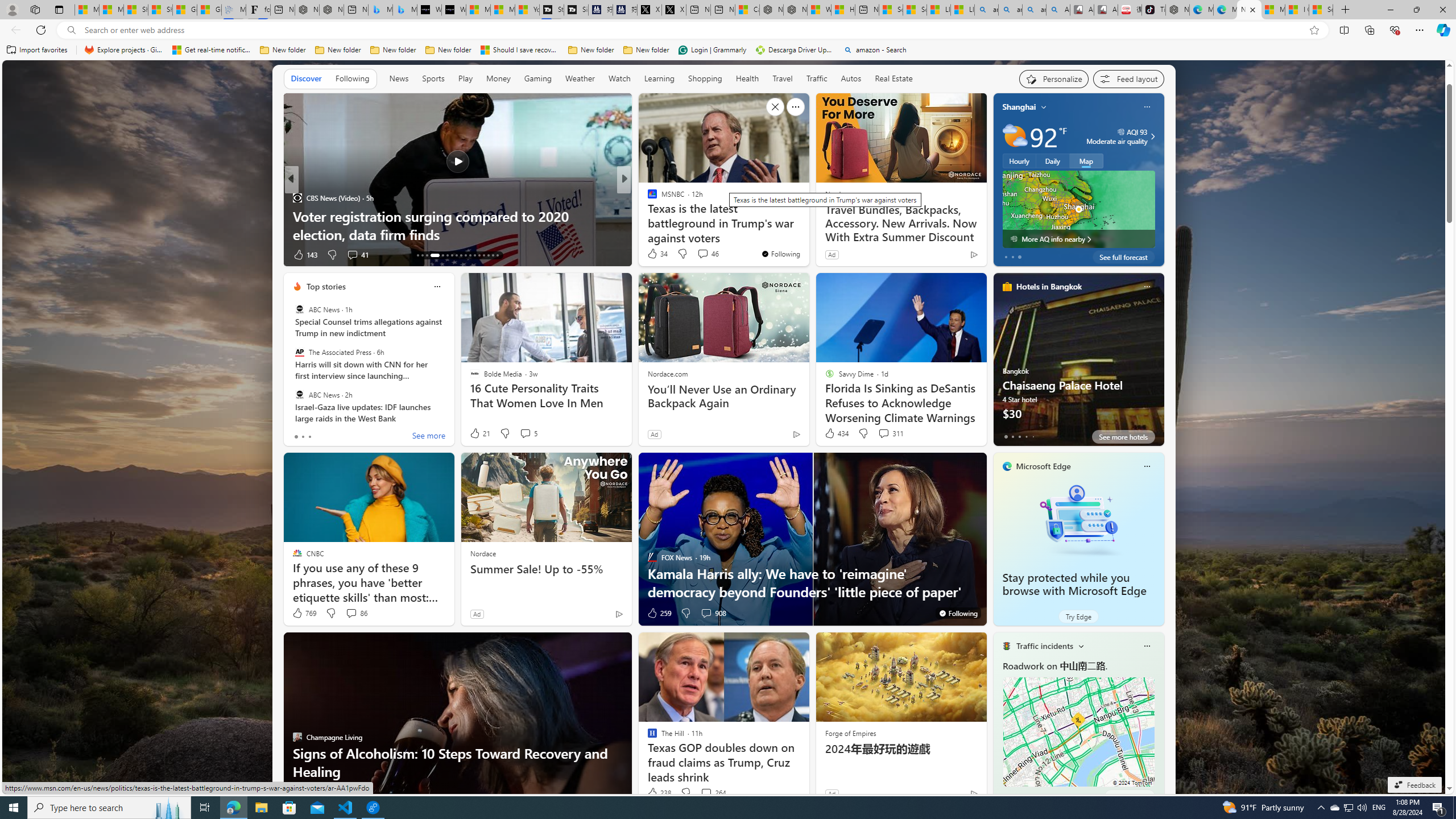 The height and width of the screenshot is (819, 1456). Describe the element at coordinates (1106, 9) in the screenshot. I see `'All Cubot phones'` at that location.